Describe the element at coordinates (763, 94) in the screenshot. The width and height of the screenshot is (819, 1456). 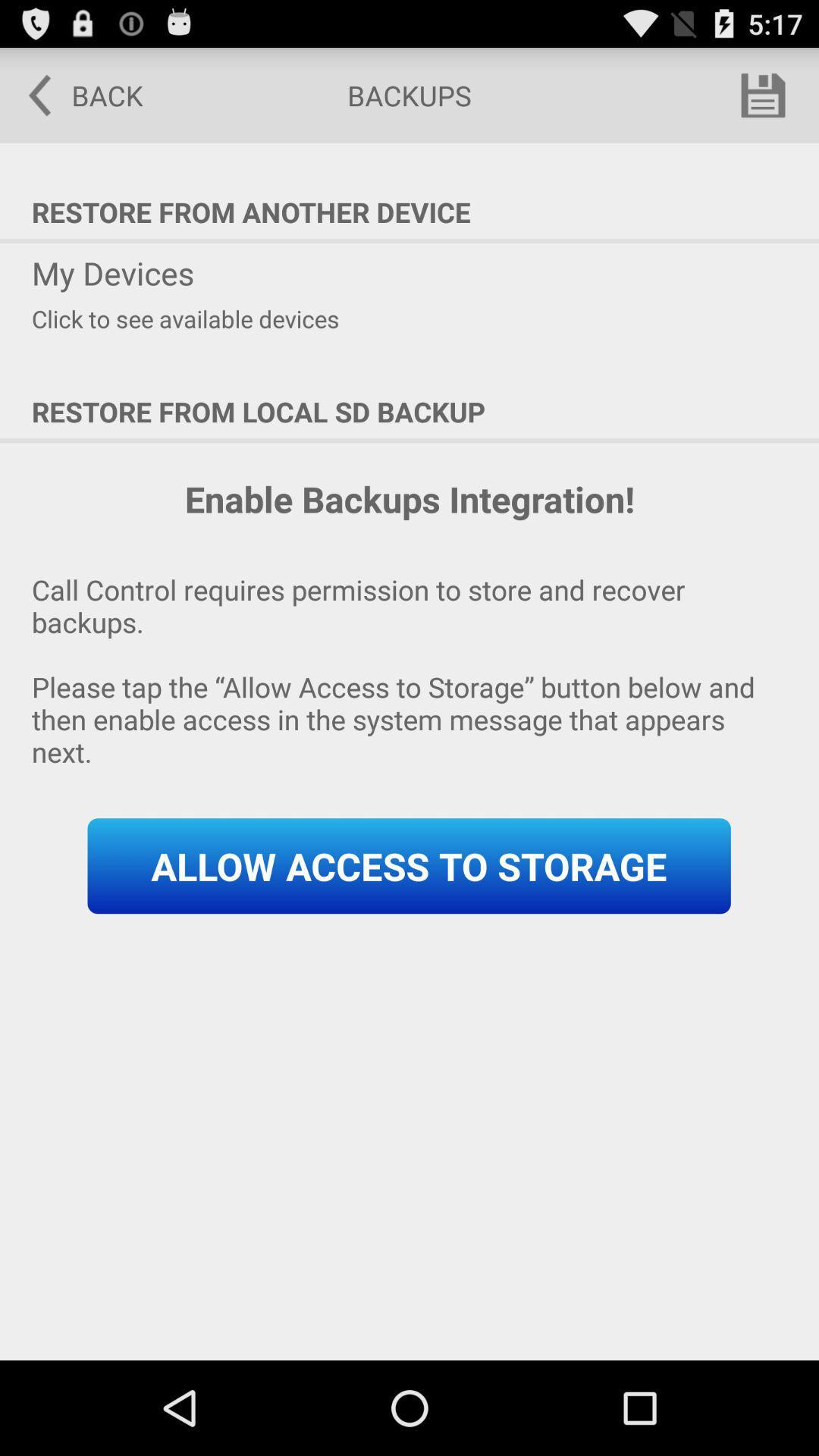
I see `icon at the top right corner` at that location.